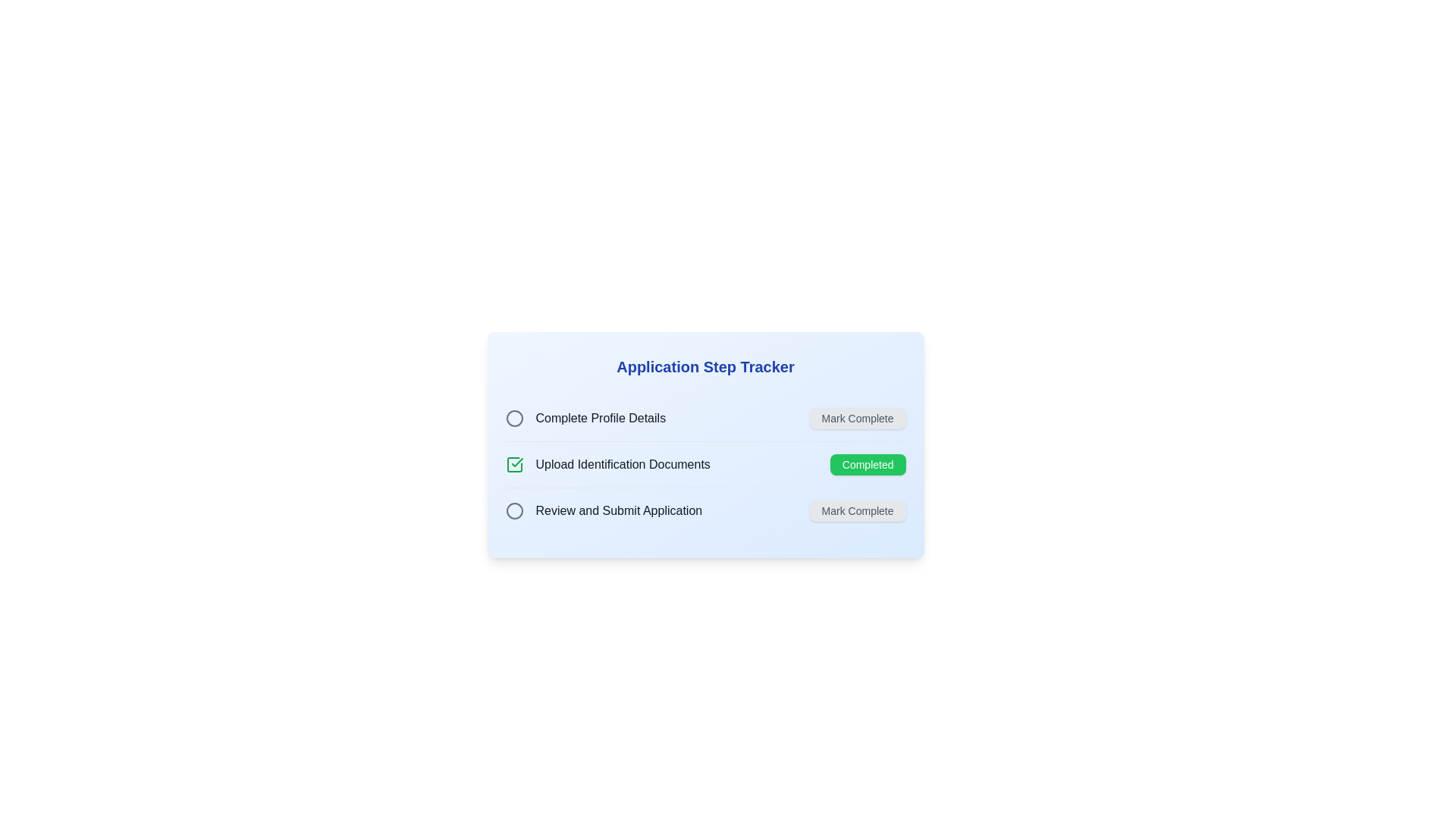  What do you see at coordinates (704, 444) in the screenshot?
I see `the Step indicator with action button that describes 'Upload Identification Documents'` at bounding box center [704, 444].